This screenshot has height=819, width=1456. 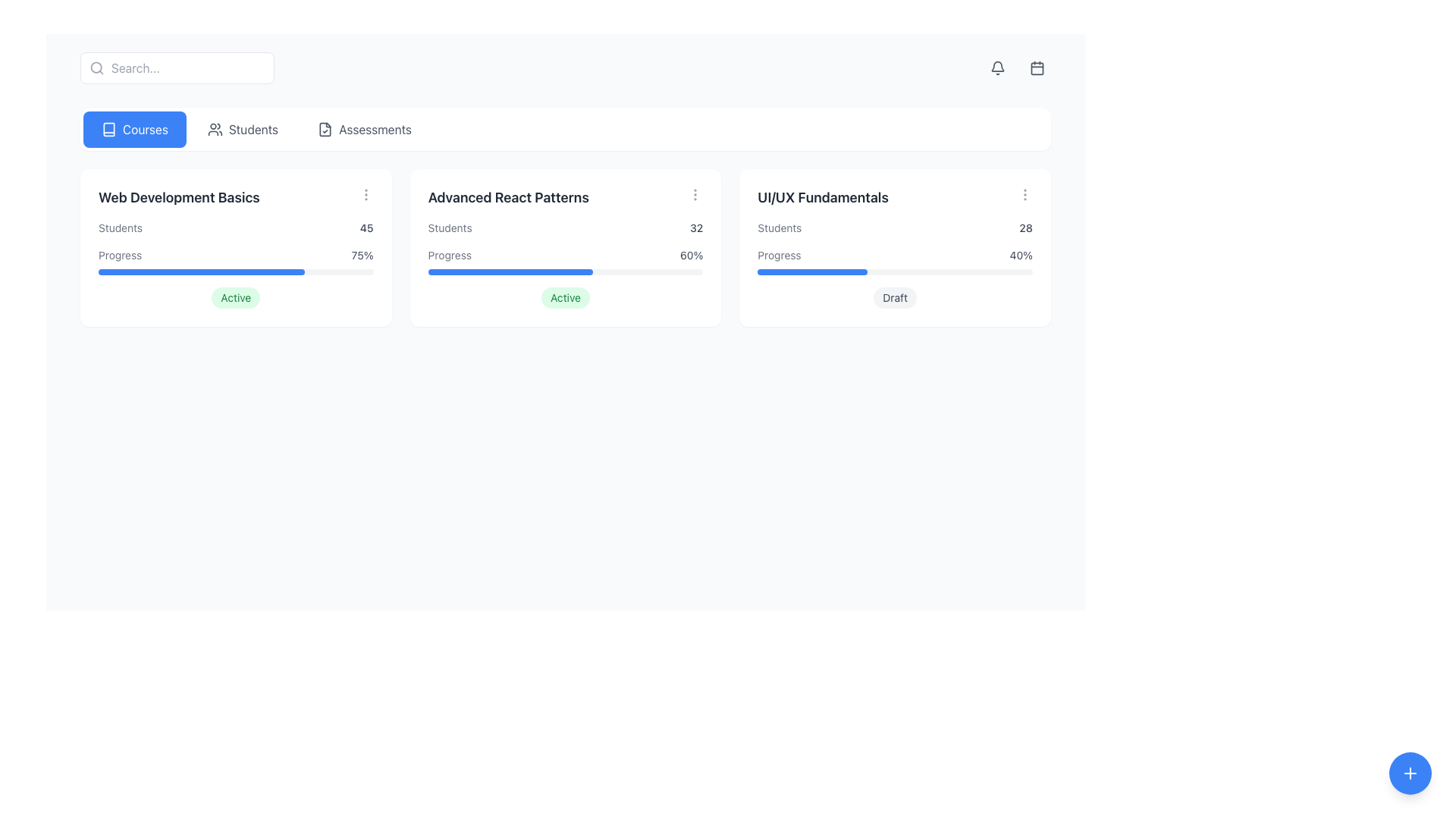 I want to click on the icon located in the top right corner of the 'Advanced React Patterns' card, so click(x=694, y=194).